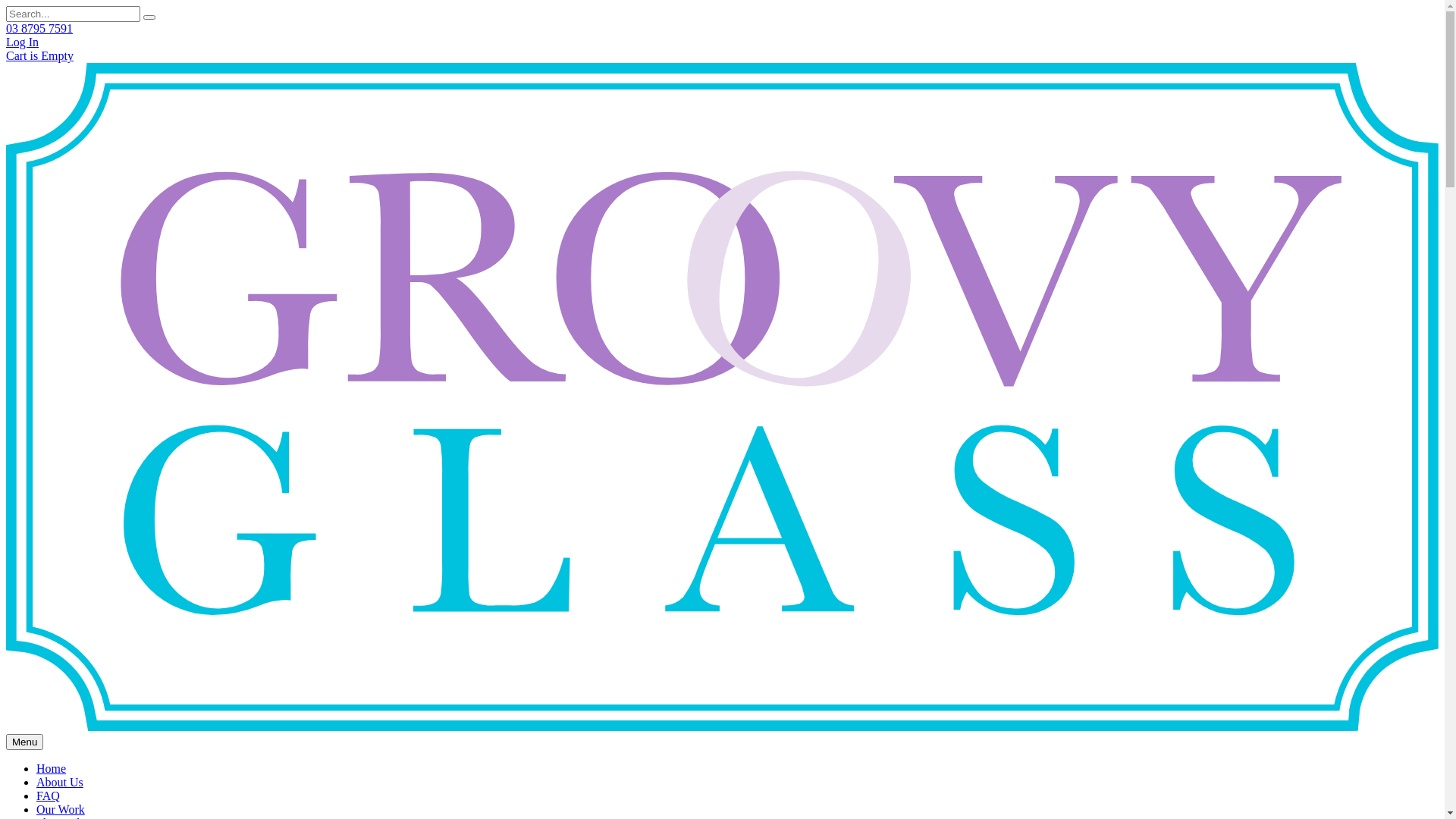 This screenshot has height=819, width=1456. Describe the element at coordinates (51, 768) in the screenshot. I see `'Home'` at that location.